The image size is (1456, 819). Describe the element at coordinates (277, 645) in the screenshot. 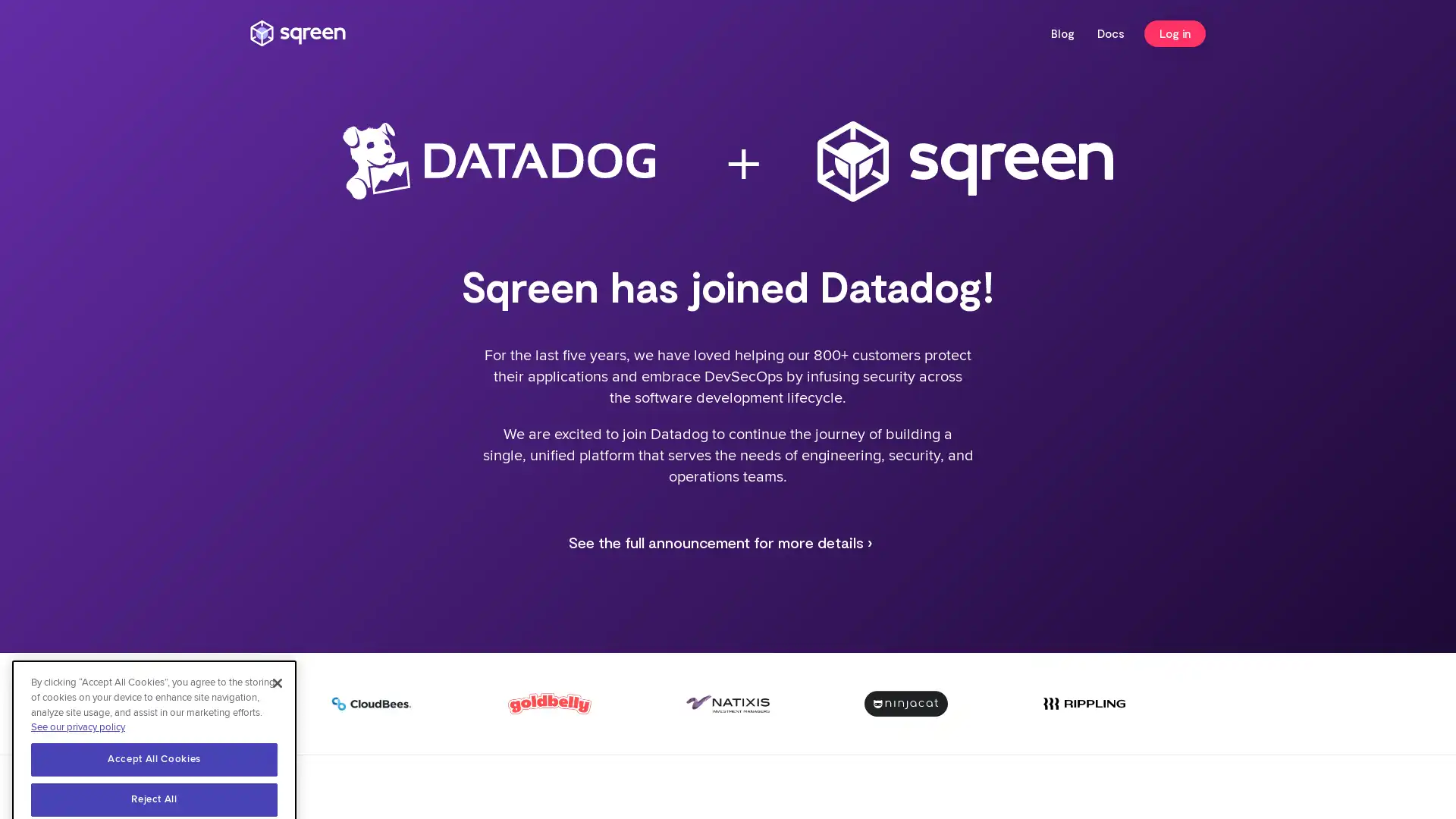

I see `Close` at that location.